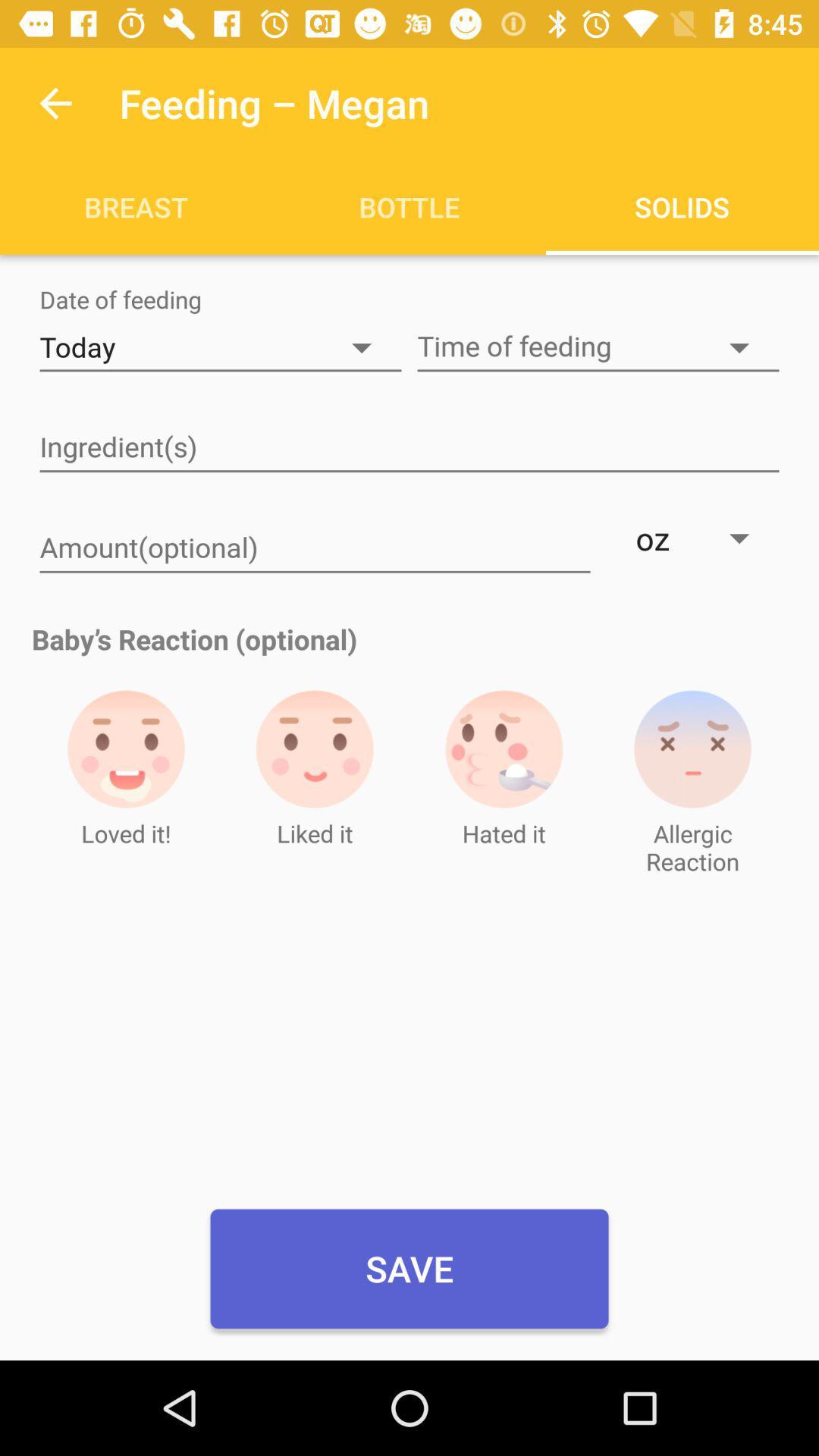 The height and width of the screenshot is (1456, 819). Describe the element at coordinates (598, 347) in the screenshot. I see `time of feeding button` at that location.